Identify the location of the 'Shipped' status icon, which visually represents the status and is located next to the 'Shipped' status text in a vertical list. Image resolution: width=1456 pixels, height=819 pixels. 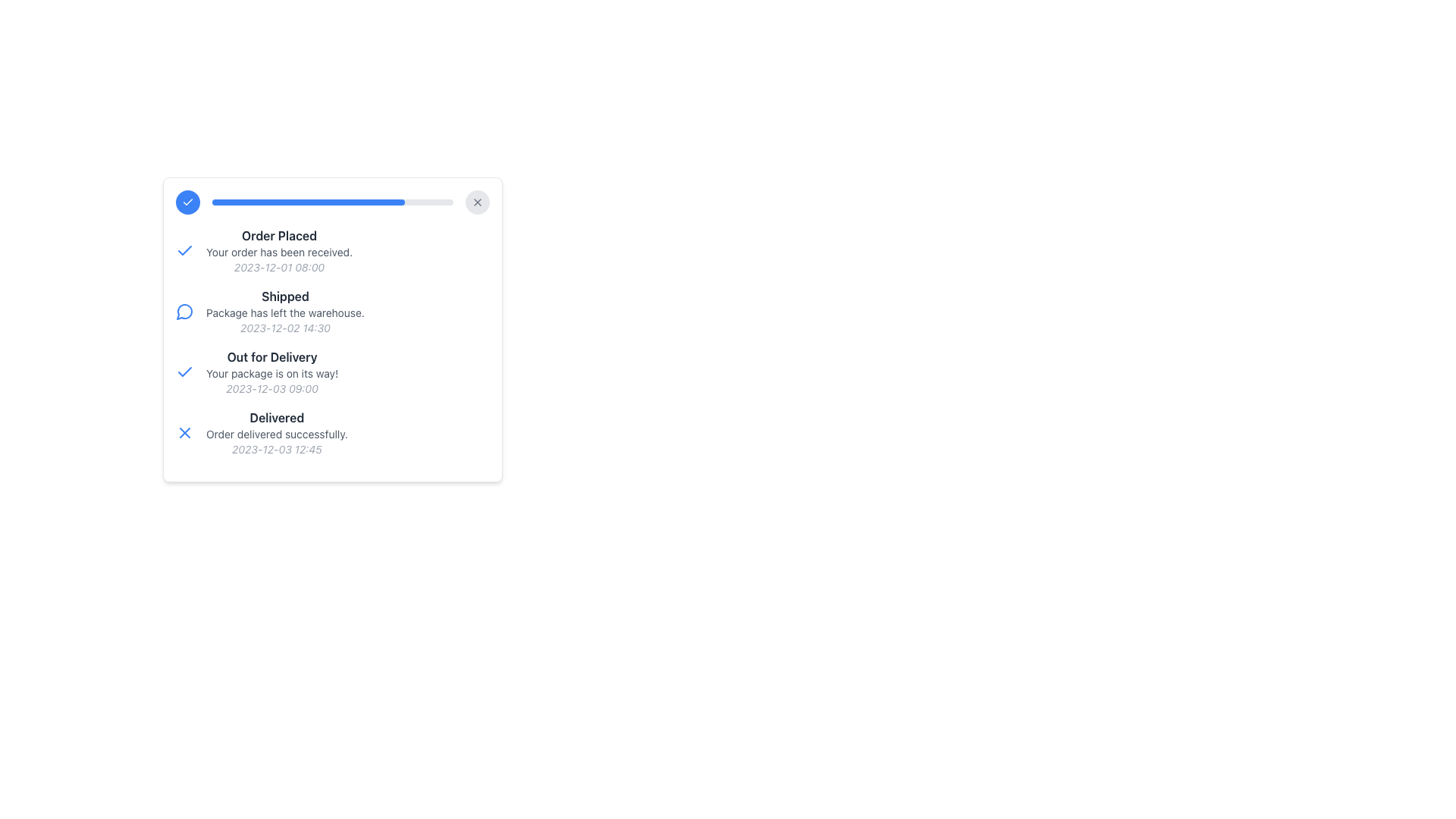
(184, 311).